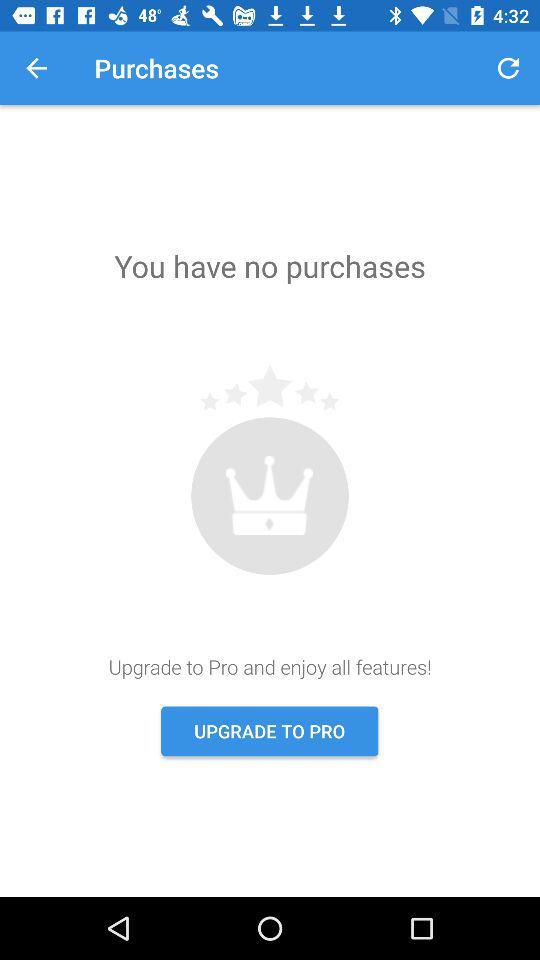 The width and height of the screenshot is (540, 960). Describe the element at coordinates (36, 68) in the screenshot. I see `item to the left of the purchases` at that location.